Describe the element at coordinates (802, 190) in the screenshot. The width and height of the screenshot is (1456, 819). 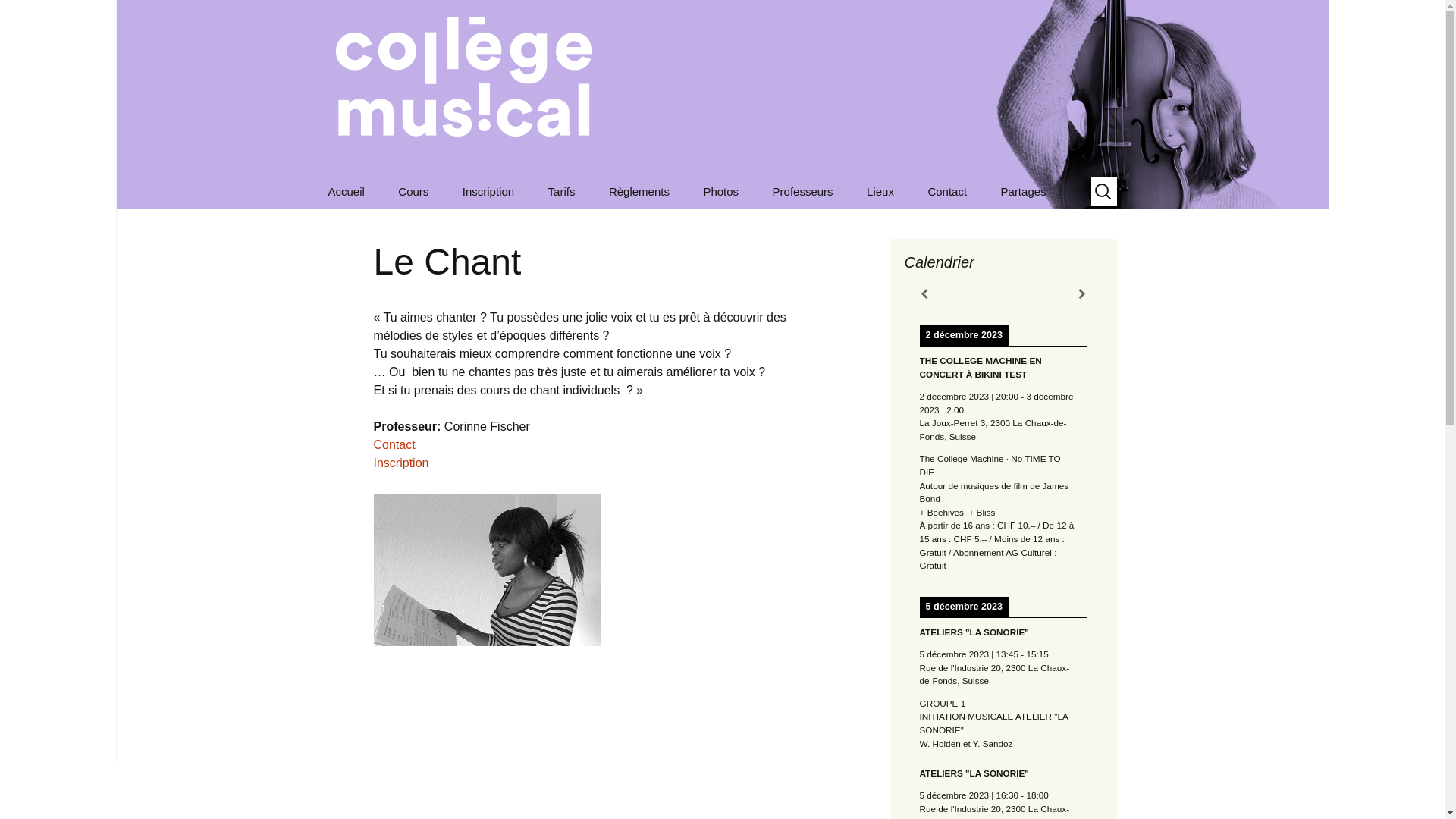
I see `'Professeurs'` at that location.